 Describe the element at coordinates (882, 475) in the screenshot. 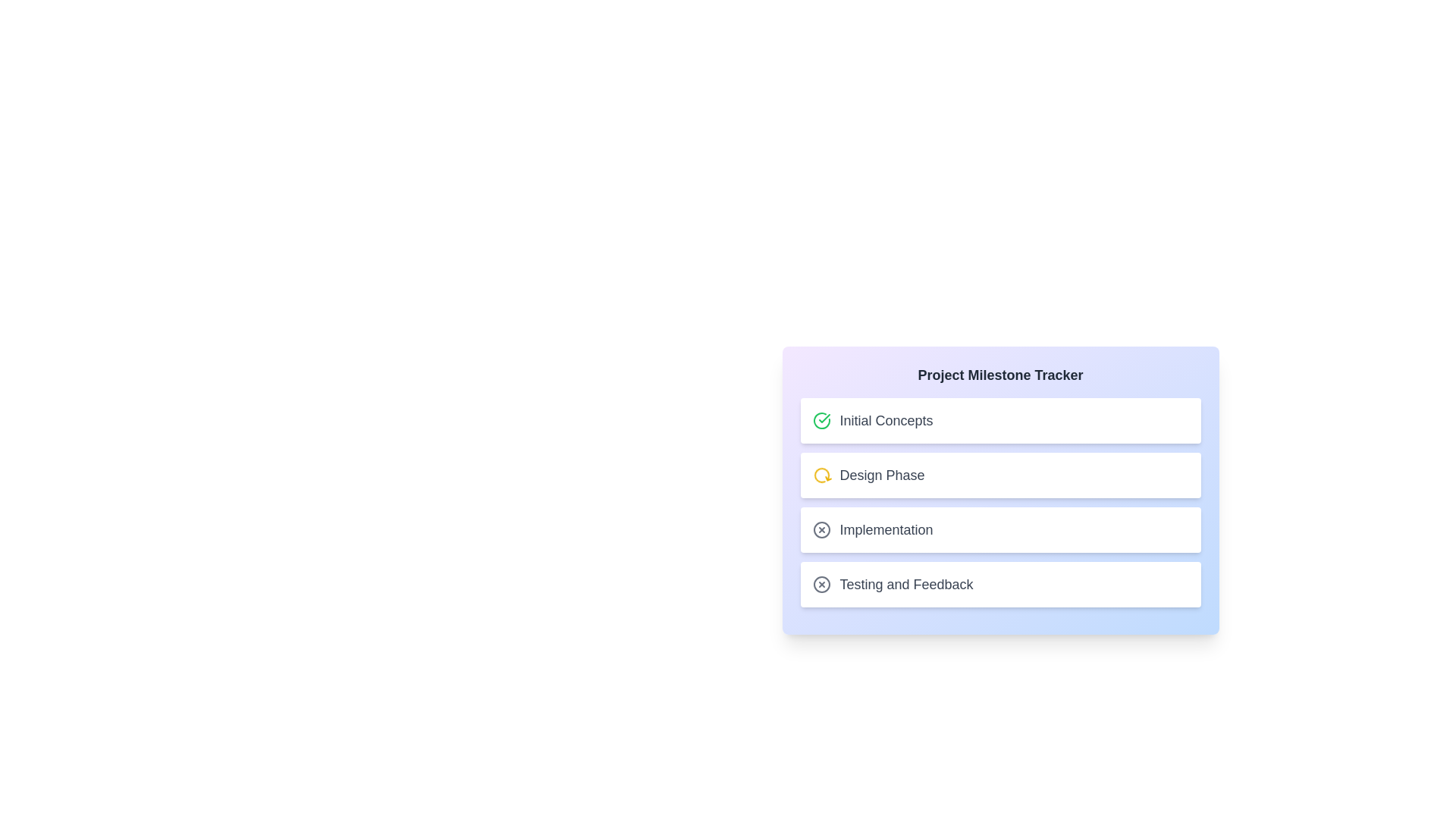

I see `the 'Design Phase' text label, which is styled in medium gray and is the second entry in the 'Project Milestone Tracker' section, accompanied by a yellow icon` at that location.